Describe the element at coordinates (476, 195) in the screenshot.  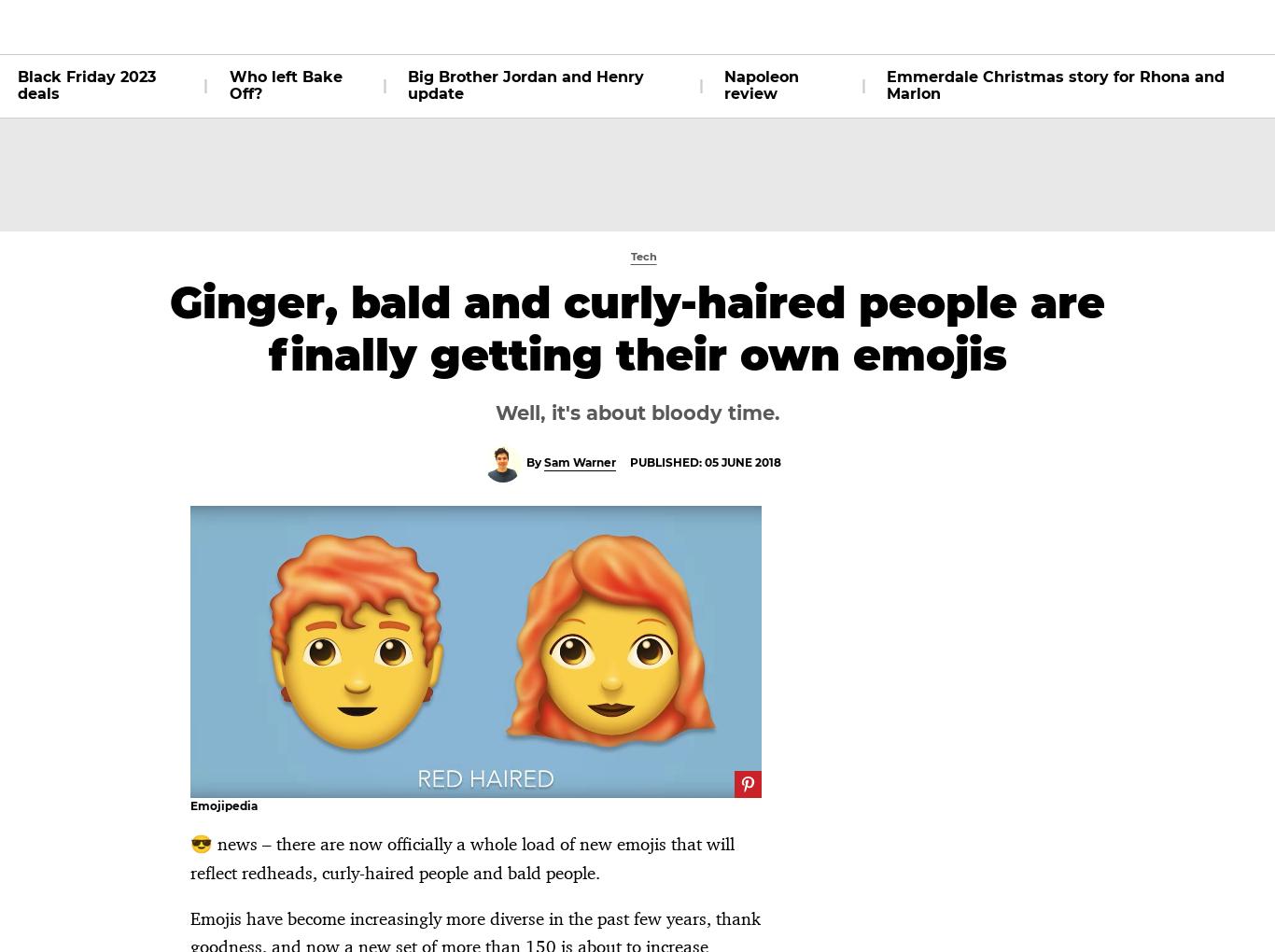
I see `'Black Friday best deals 2023 UK'` at that location.